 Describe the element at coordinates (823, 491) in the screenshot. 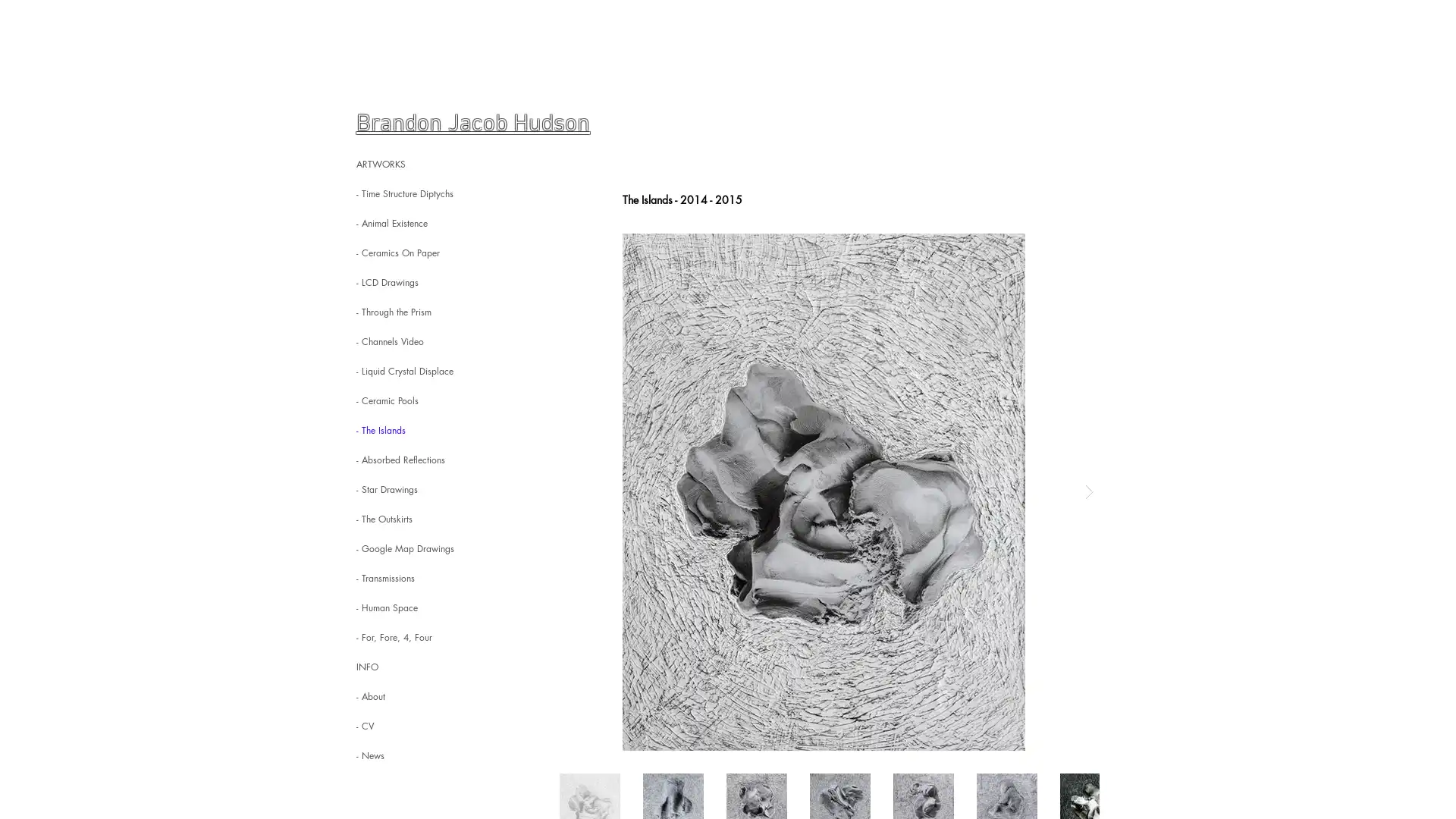

I see `9 of 1 the islands by Brandon Hudson` at that location.